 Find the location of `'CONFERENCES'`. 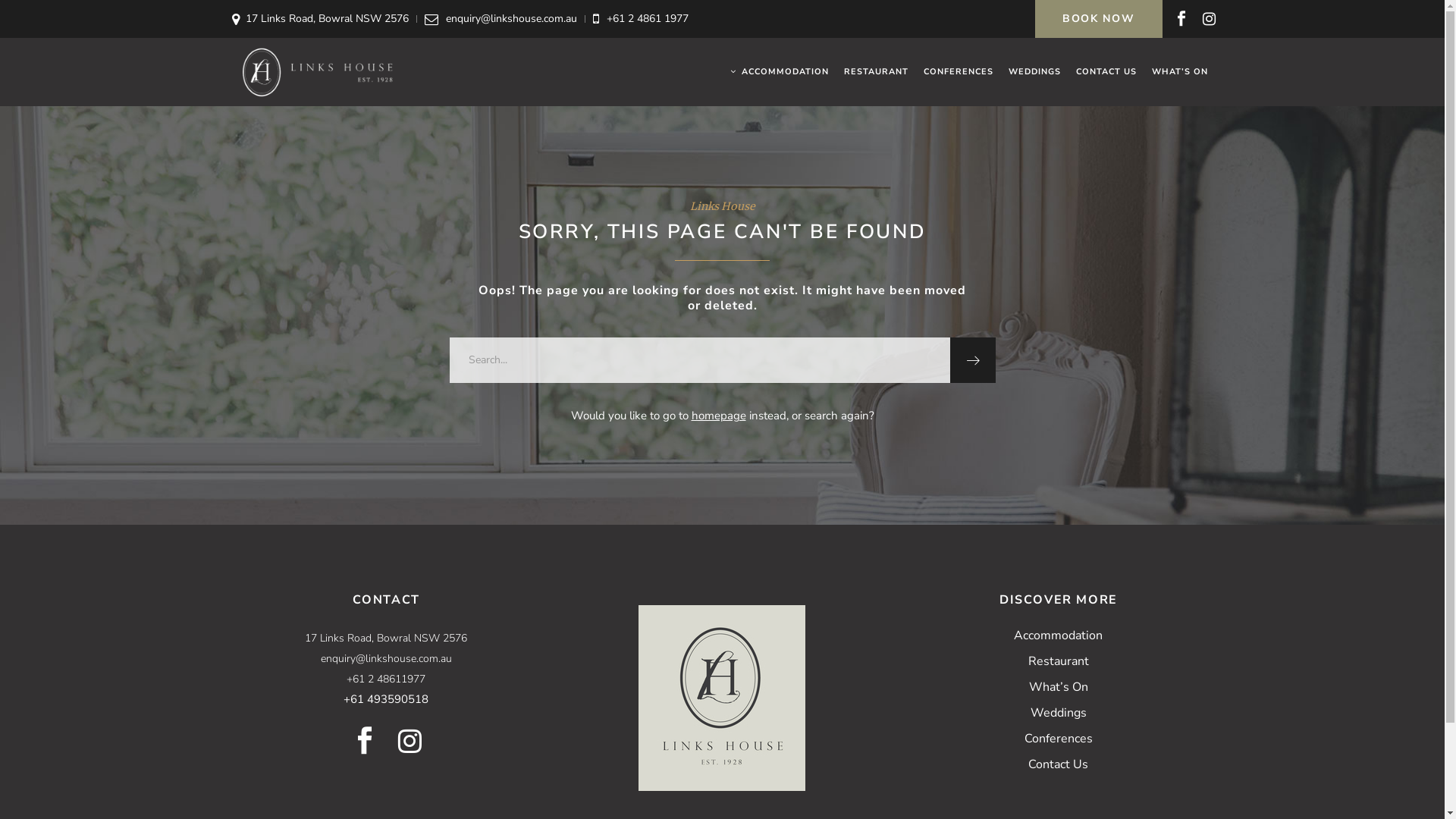

'CONFERENCES' is located at coordinates (957, 72).